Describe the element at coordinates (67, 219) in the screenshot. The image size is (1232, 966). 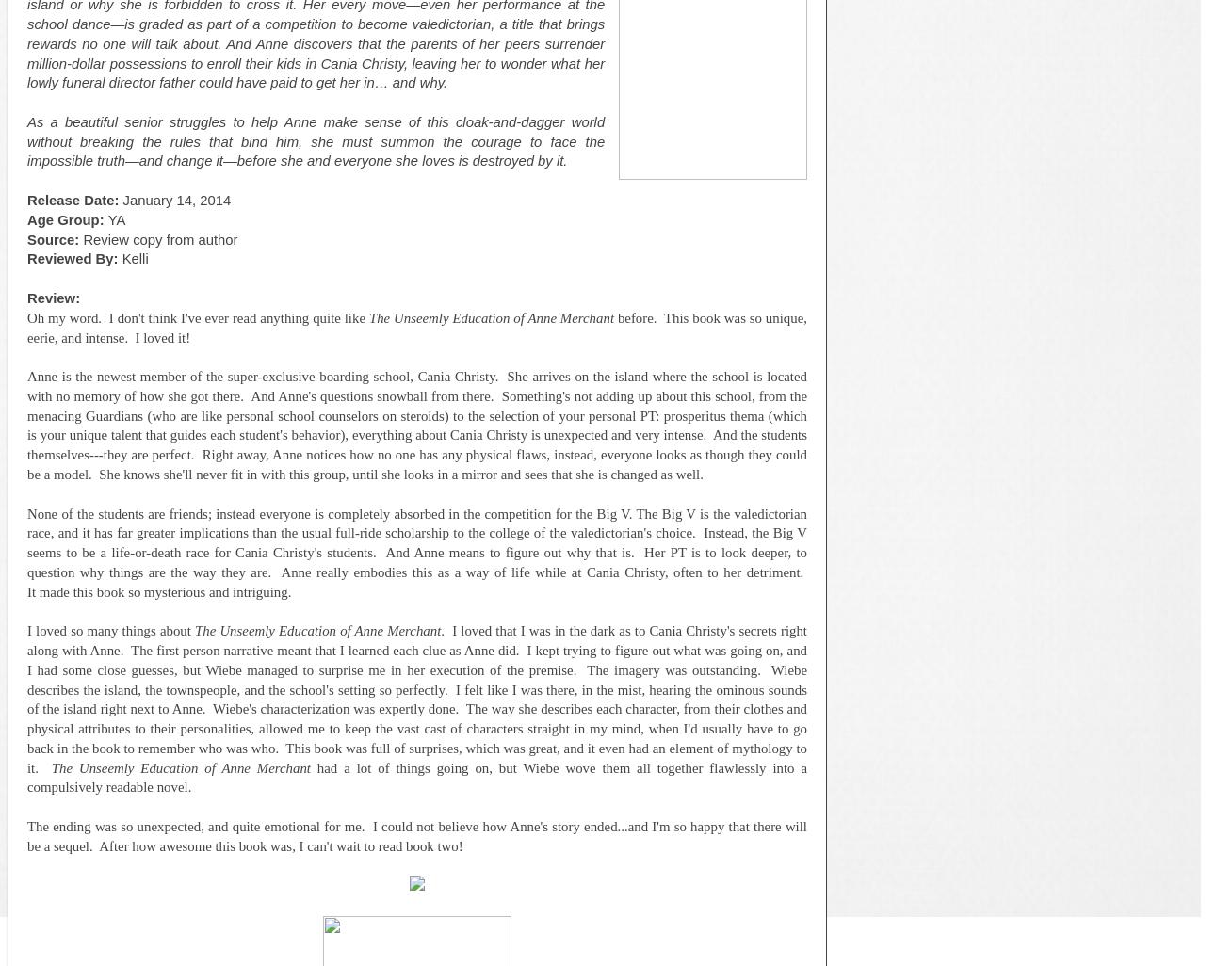
I see `'Age Group:'` at that location.